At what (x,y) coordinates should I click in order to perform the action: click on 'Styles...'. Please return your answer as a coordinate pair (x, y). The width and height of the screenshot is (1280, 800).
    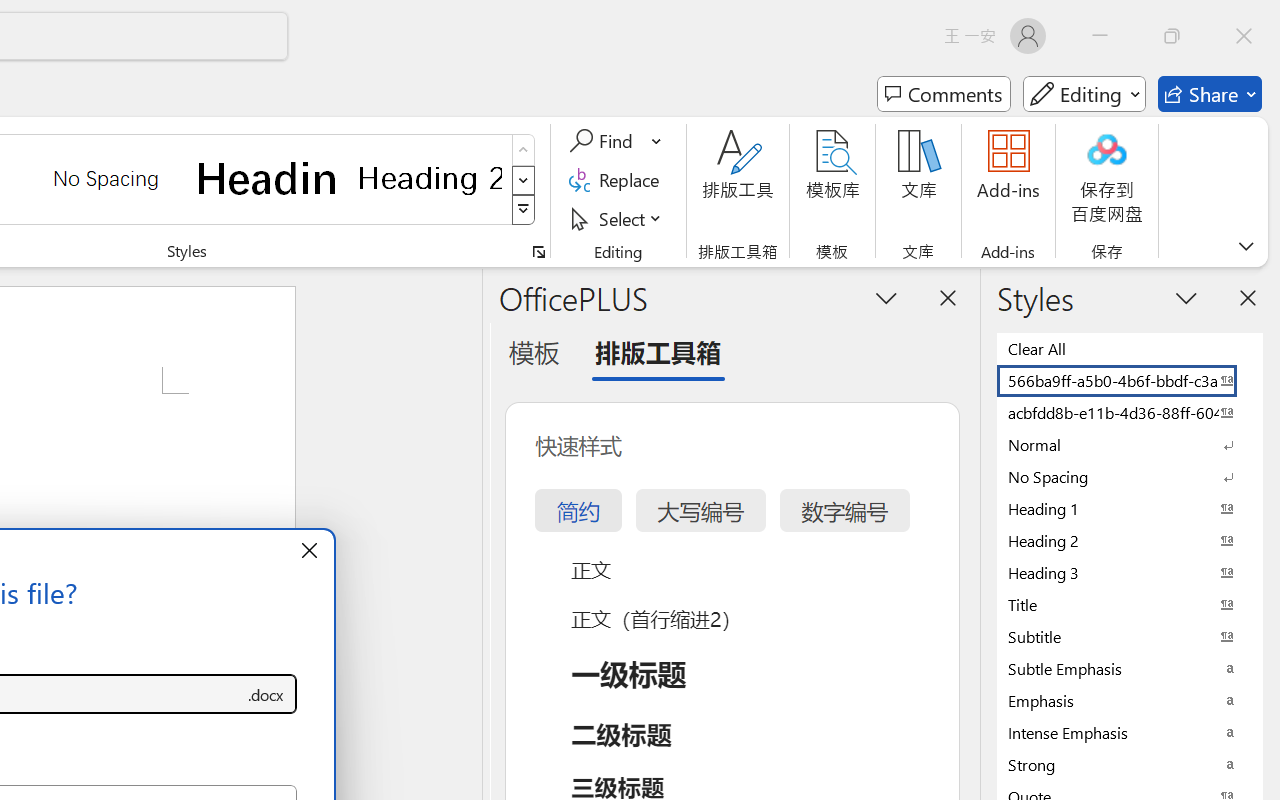
    Looking at the image, I should click on (538, 251).